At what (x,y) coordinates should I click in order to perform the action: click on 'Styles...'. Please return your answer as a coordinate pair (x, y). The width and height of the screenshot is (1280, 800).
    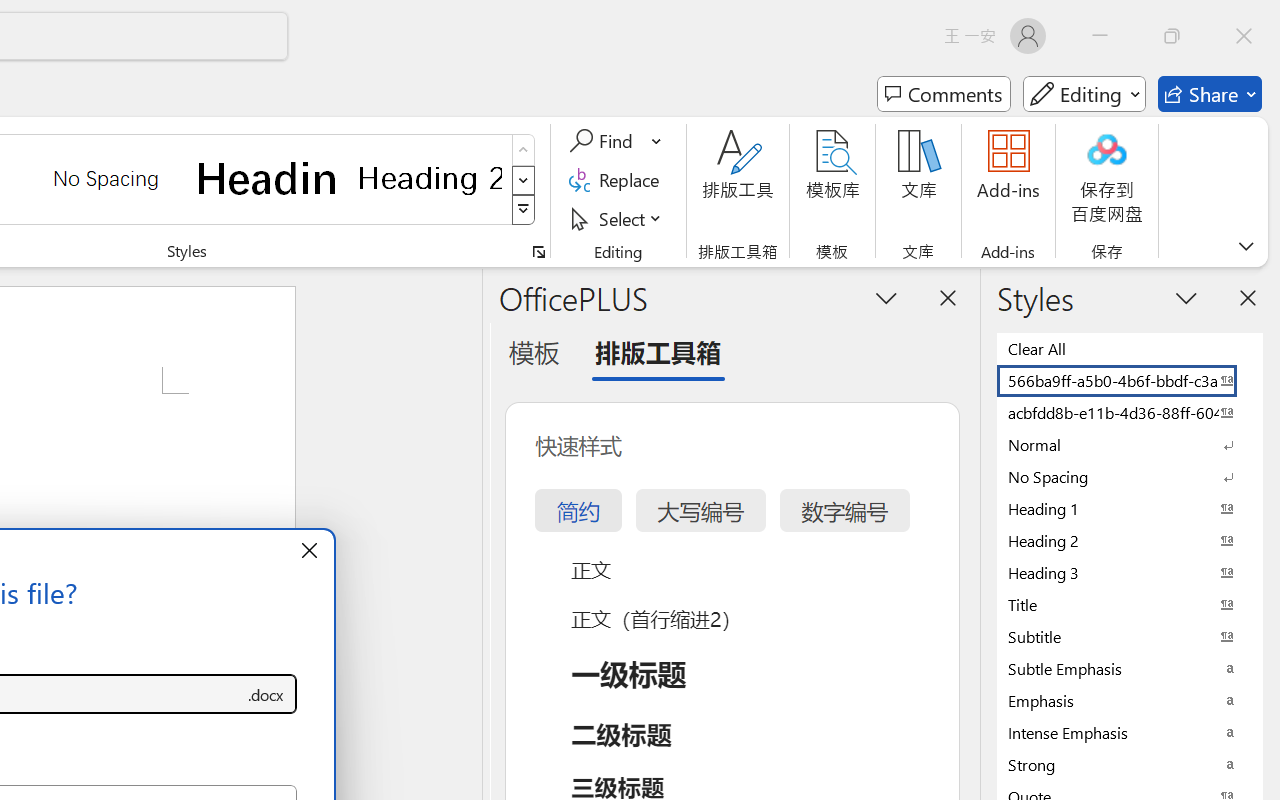
    Looking at the image, I should click on (538, 251).